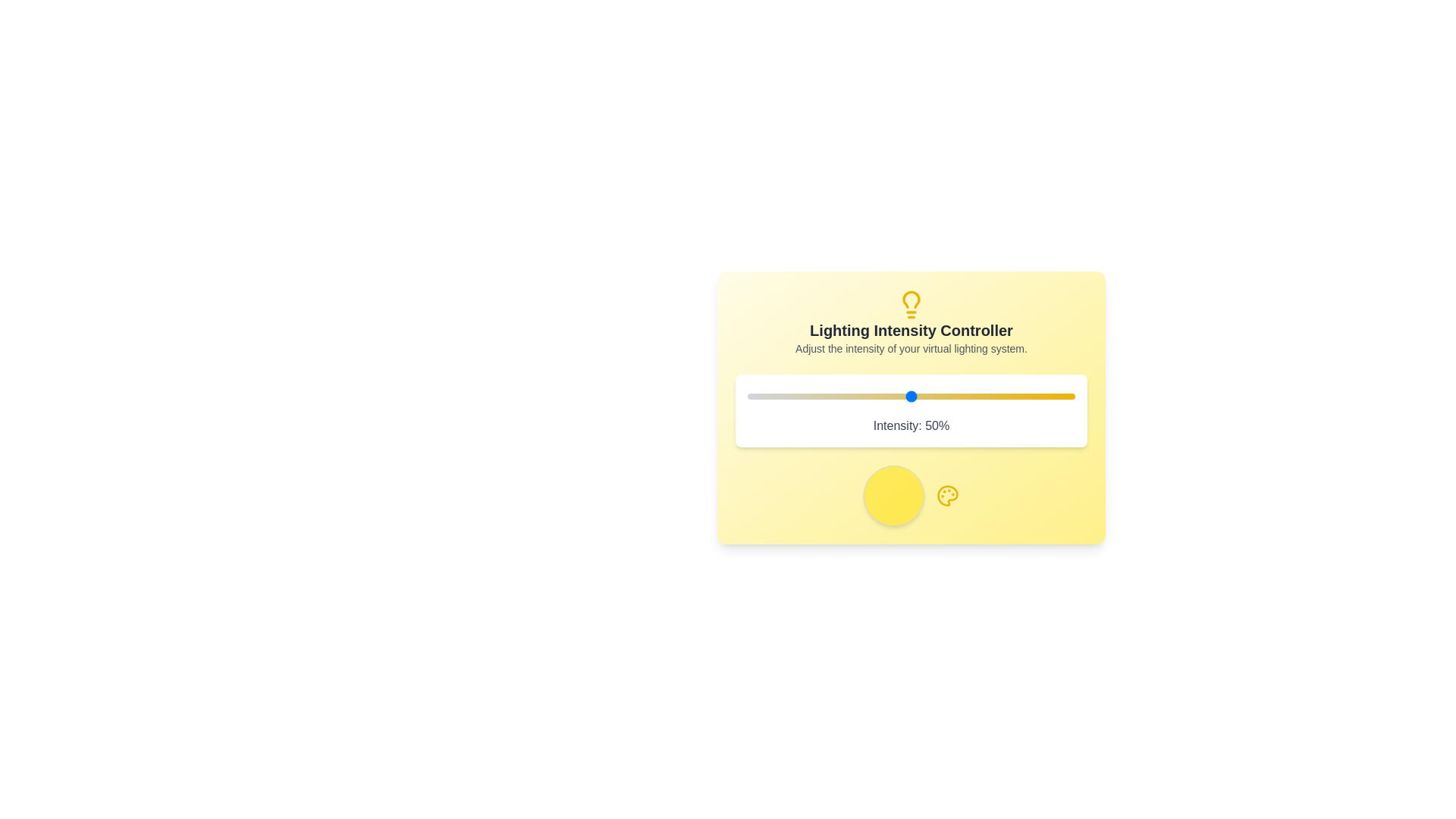 This screenshot has height=819, width=1456. What do you see at coordinates (946, 496) in the screenshot?
I see `Palette icon to explore additional actions` at bounding box center [946, 496].